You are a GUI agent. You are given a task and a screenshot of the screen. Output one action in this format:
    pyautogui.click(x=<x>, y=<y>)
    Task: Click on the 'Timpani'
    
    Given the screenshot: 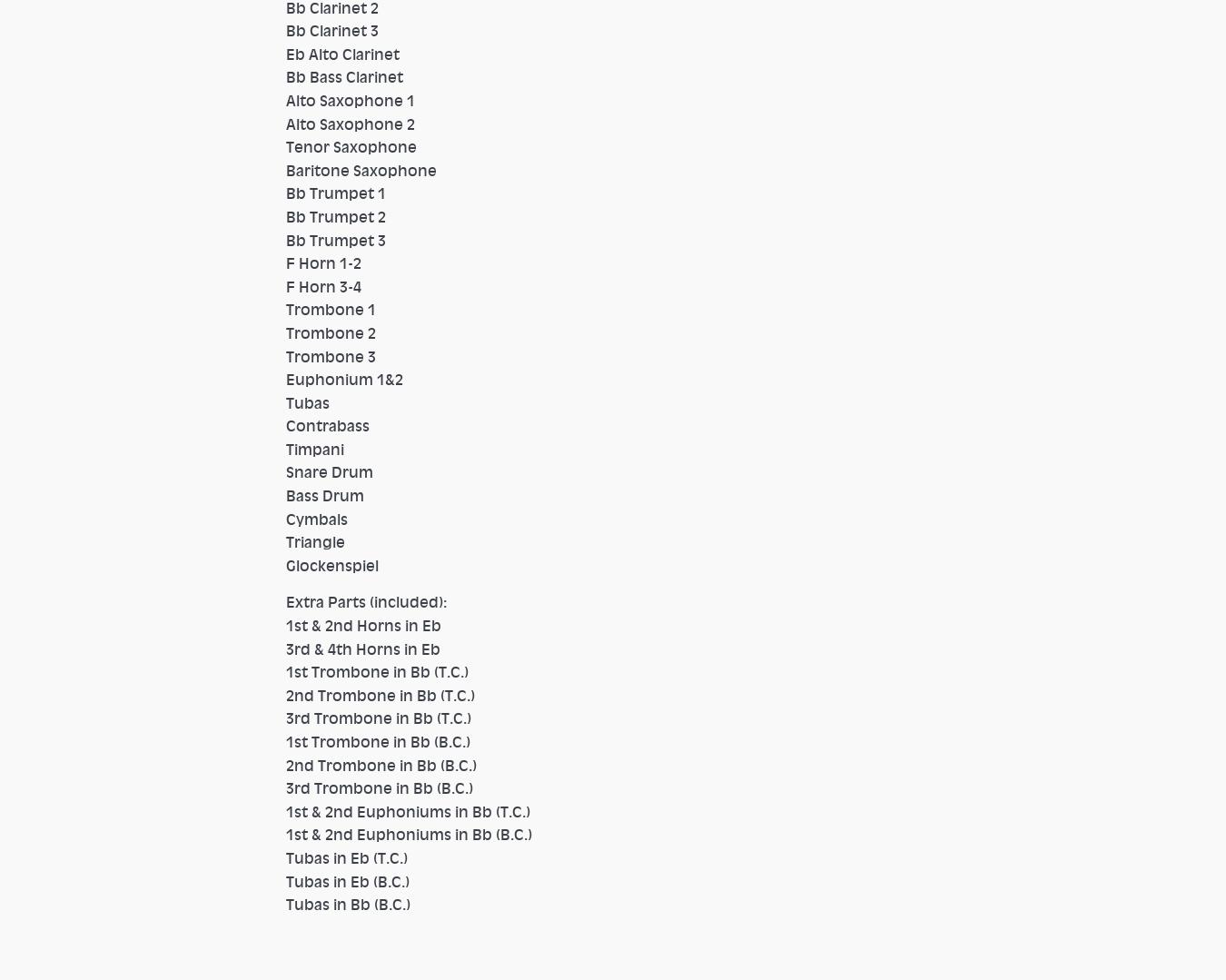 What is the action you would take?
    pyautogui.click(x=284, y=447)
    